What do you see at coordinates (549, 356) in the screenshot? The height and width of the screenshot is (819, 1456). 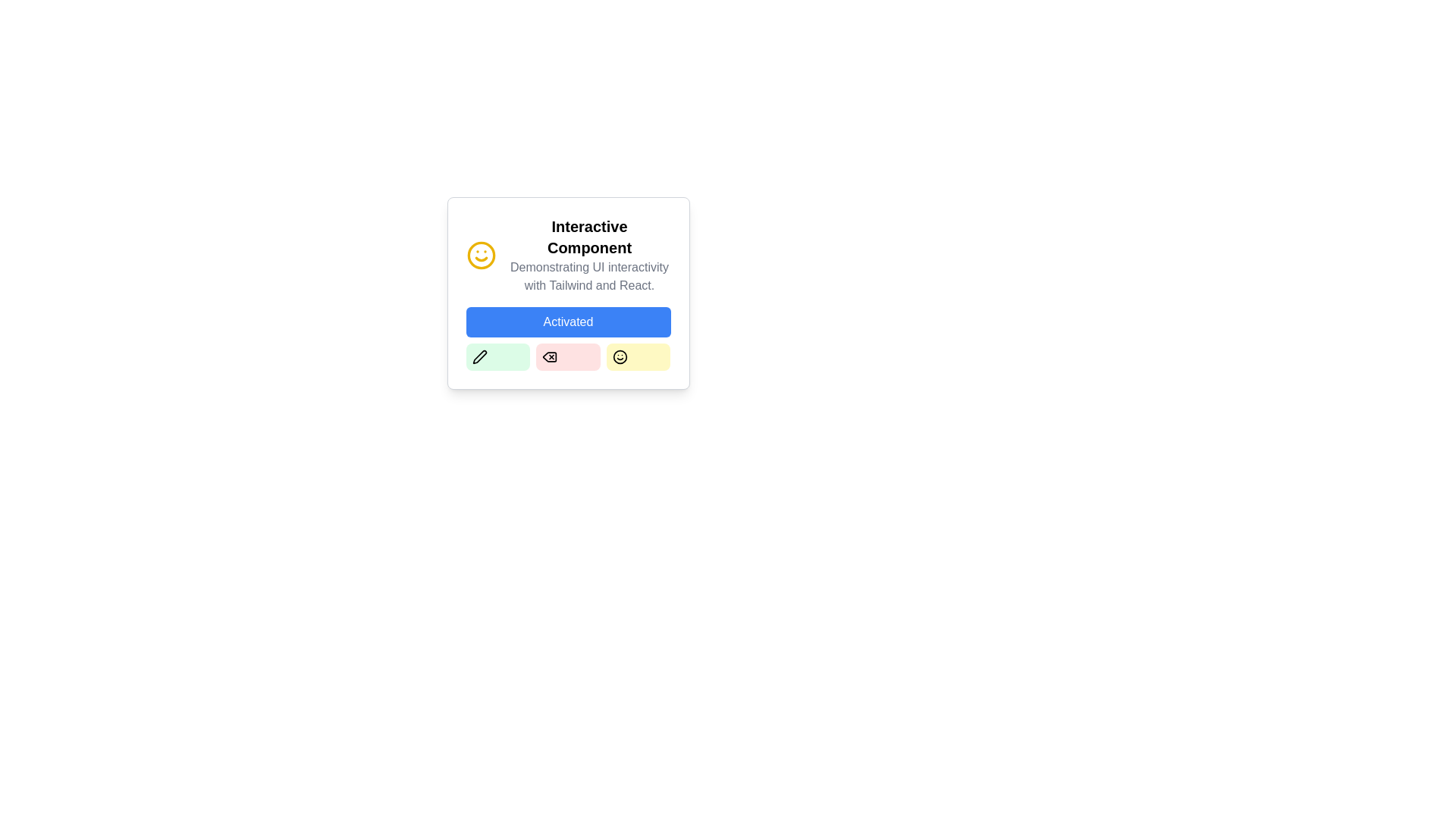 I see `the delete icon located in the grid of buttons beneath the 'Activated' blue button` at bounding box center [549, 356].